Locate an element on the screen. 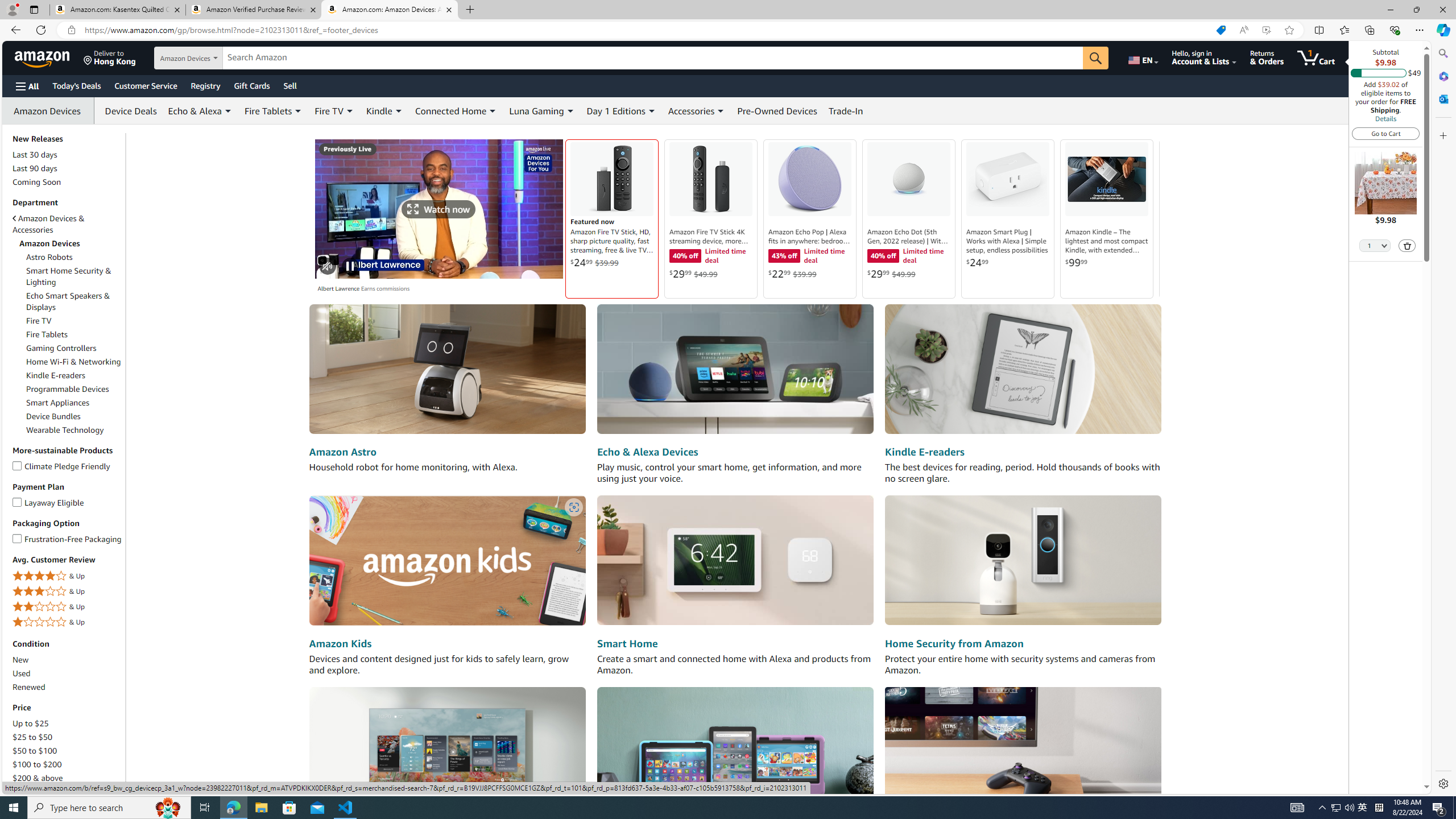  'Layaway Eligible Layaway Eligible' is located at coordinates (48, 502).